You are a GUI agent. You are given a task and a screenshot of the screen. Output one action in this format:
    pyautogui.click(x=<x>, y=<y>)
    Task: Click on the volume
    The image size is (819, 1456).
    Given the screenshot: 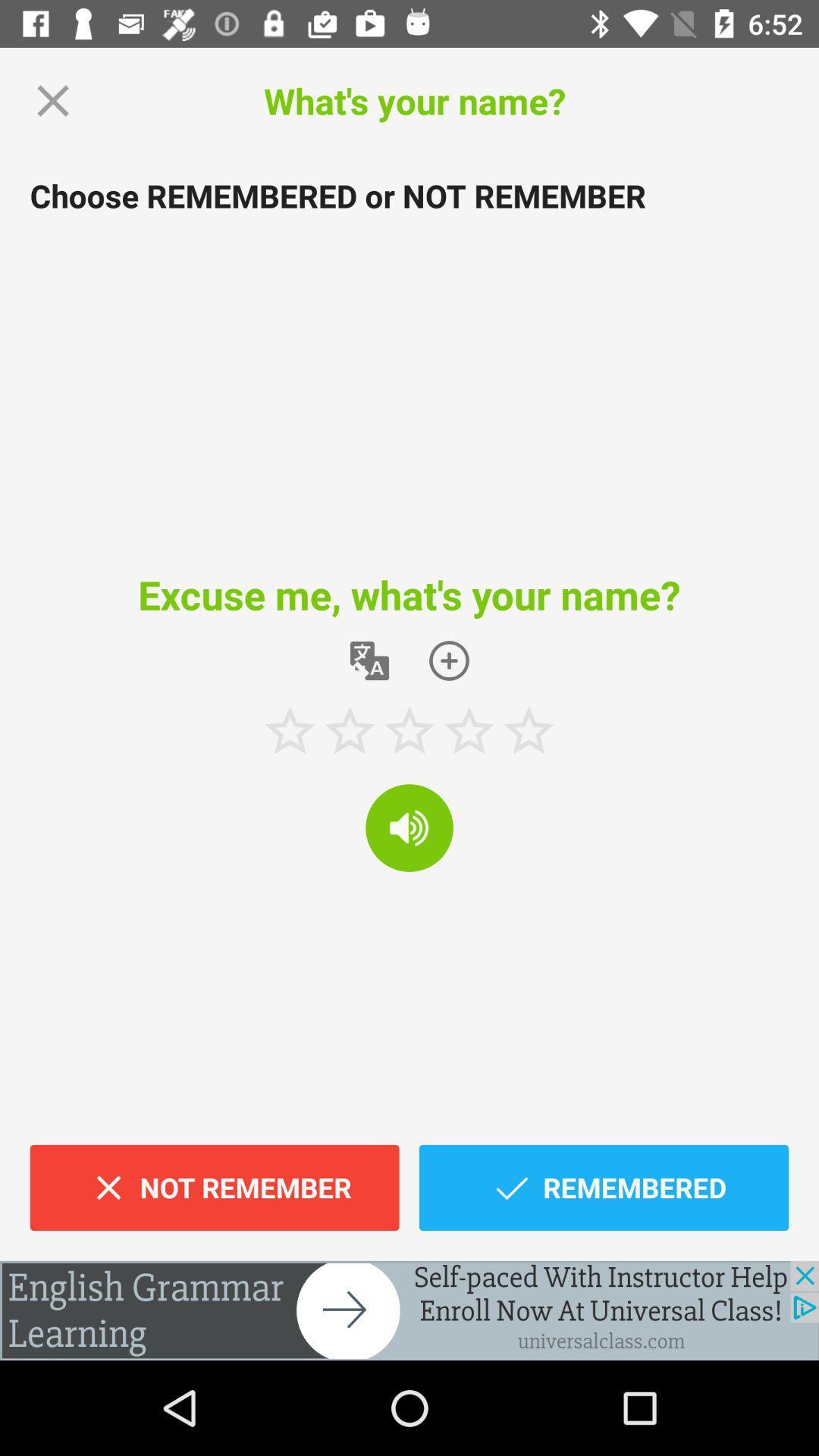 What is the action you would take?
    pyautogui.click(x=409, y=827)
    